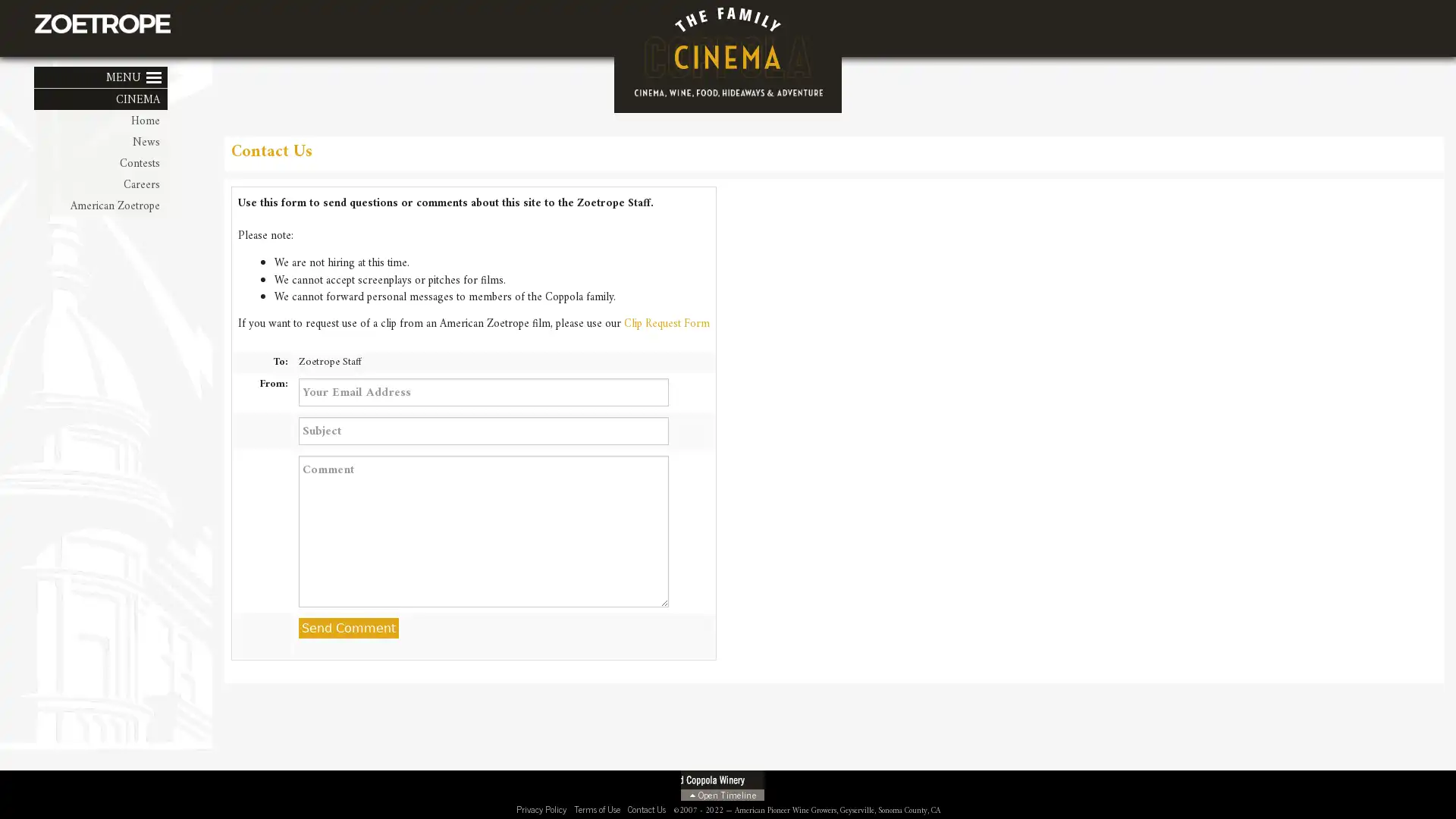 This screenshot has height=819, width=1456. I want to click on Send Comment, so click(347, 628).